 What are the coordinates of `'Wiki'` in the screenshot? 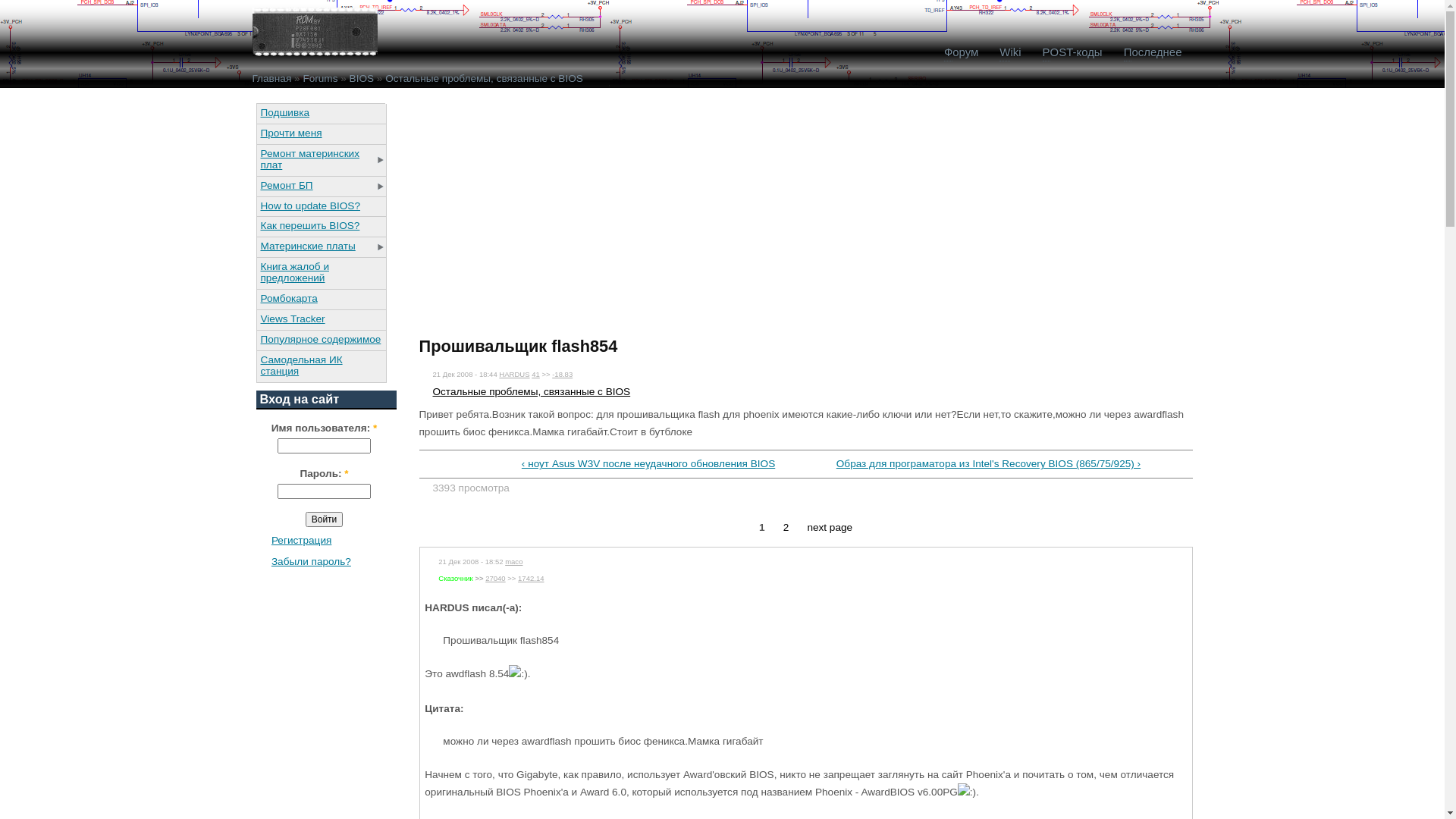 It's located at (1009, 52).